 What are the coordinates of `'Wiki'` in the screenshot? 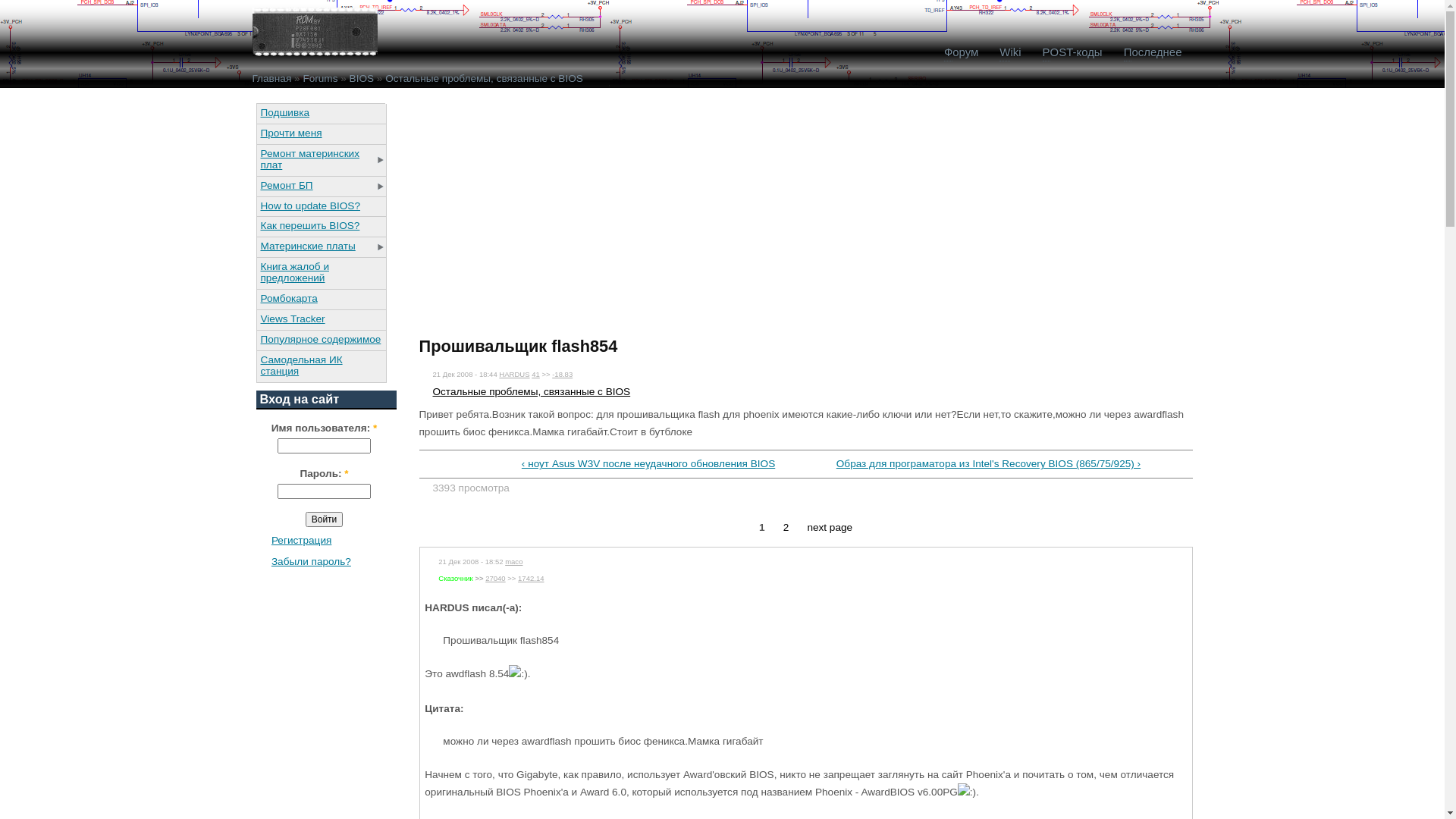 It's located at (1009, 52).